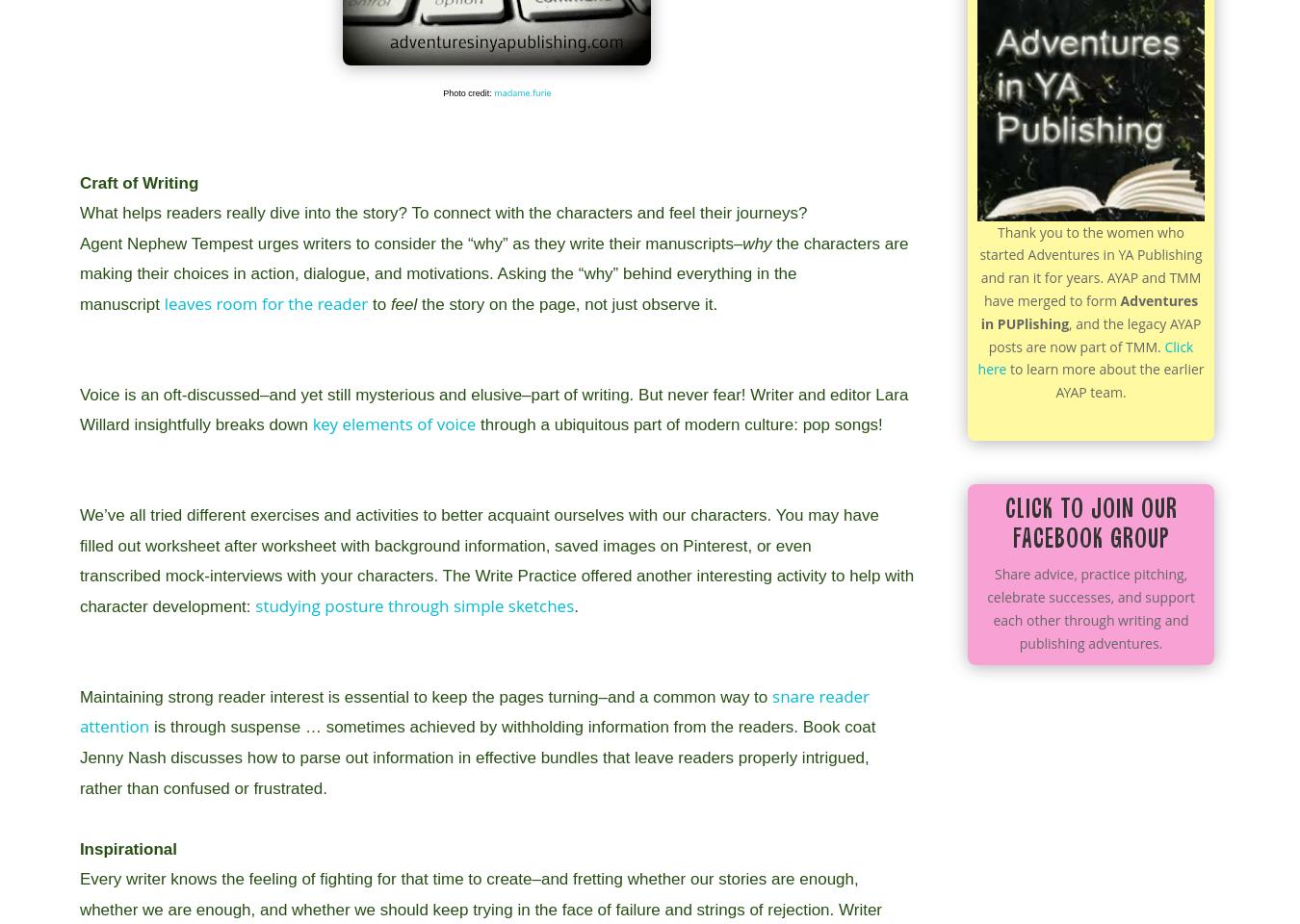 The image size is (1300, 924). What do you see at coordinates (569, 304) in the screenshot?
I see `'the story on the page, not just observe it.'` at bounding box center [569, 304].